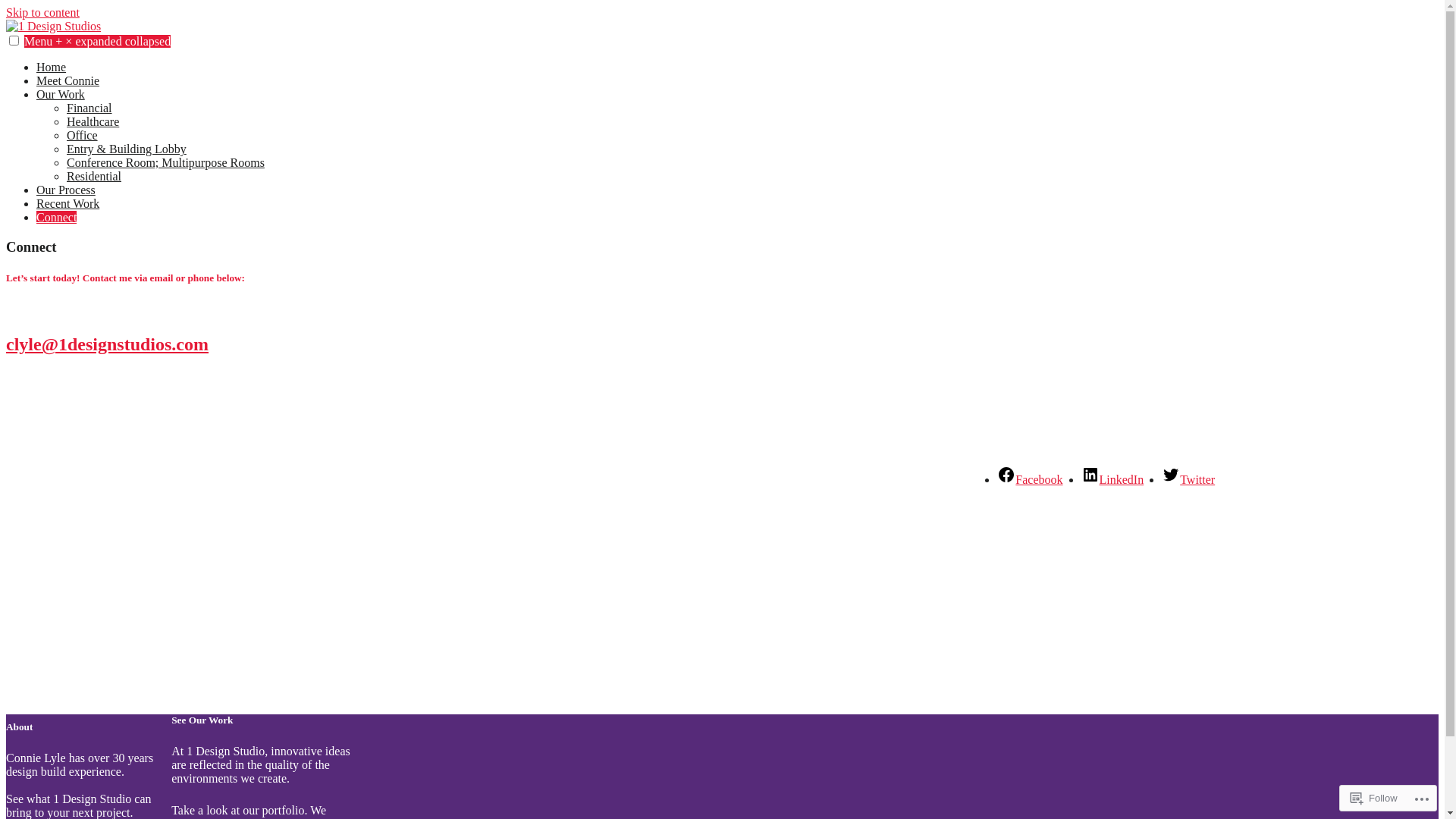 Image resolution: width=1456 pixels, height=819 pixels. Describe the element at coordinates (67, 202) in the screenshot. I see `'Recent Work'` at that location.